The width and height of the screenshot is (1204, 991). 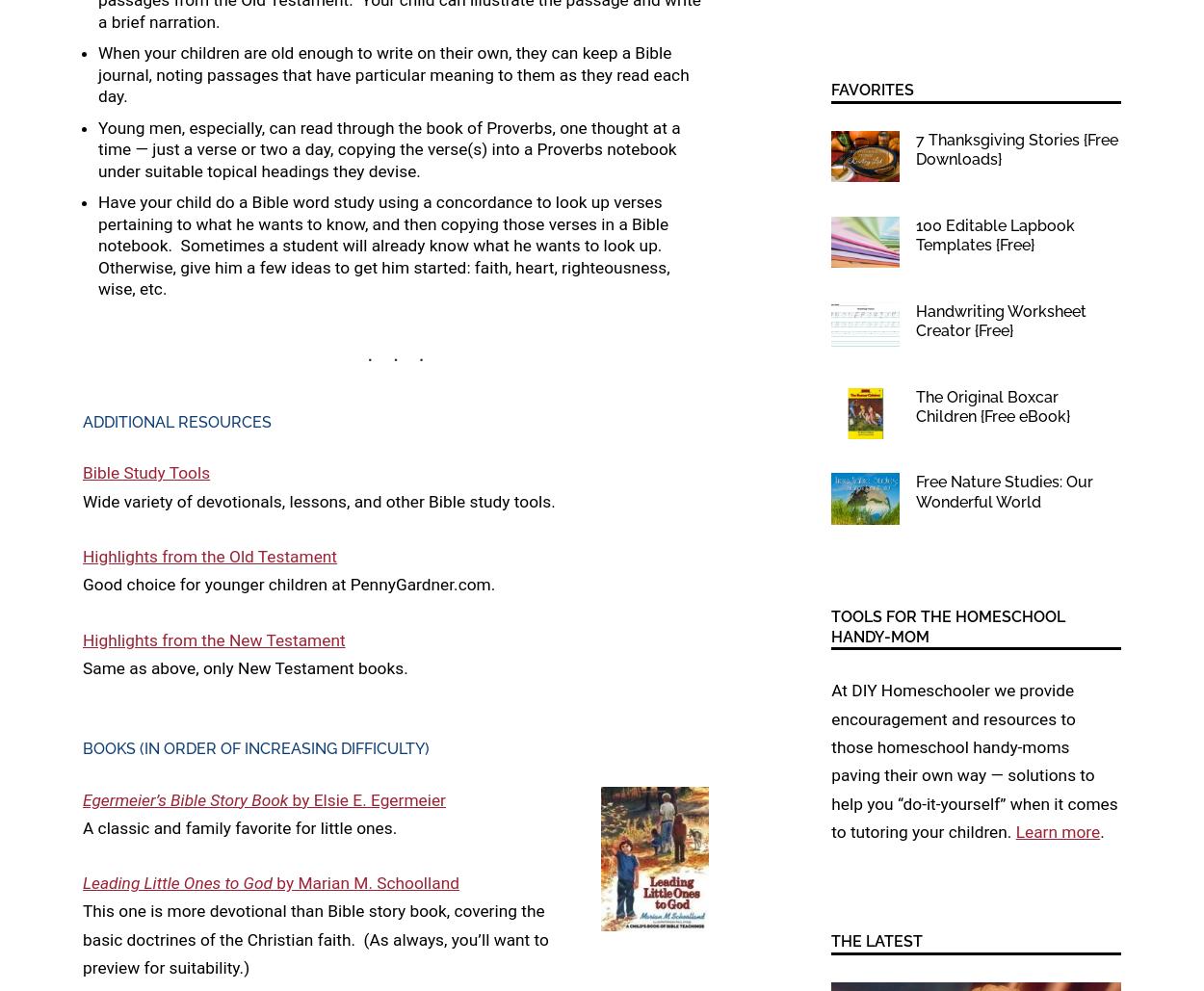 What do you see at coordinates (1001, 320) in the screenshot?
I see `'Handwriting Worksheet Creator {Free}'` at bounding box center [1001, 320].